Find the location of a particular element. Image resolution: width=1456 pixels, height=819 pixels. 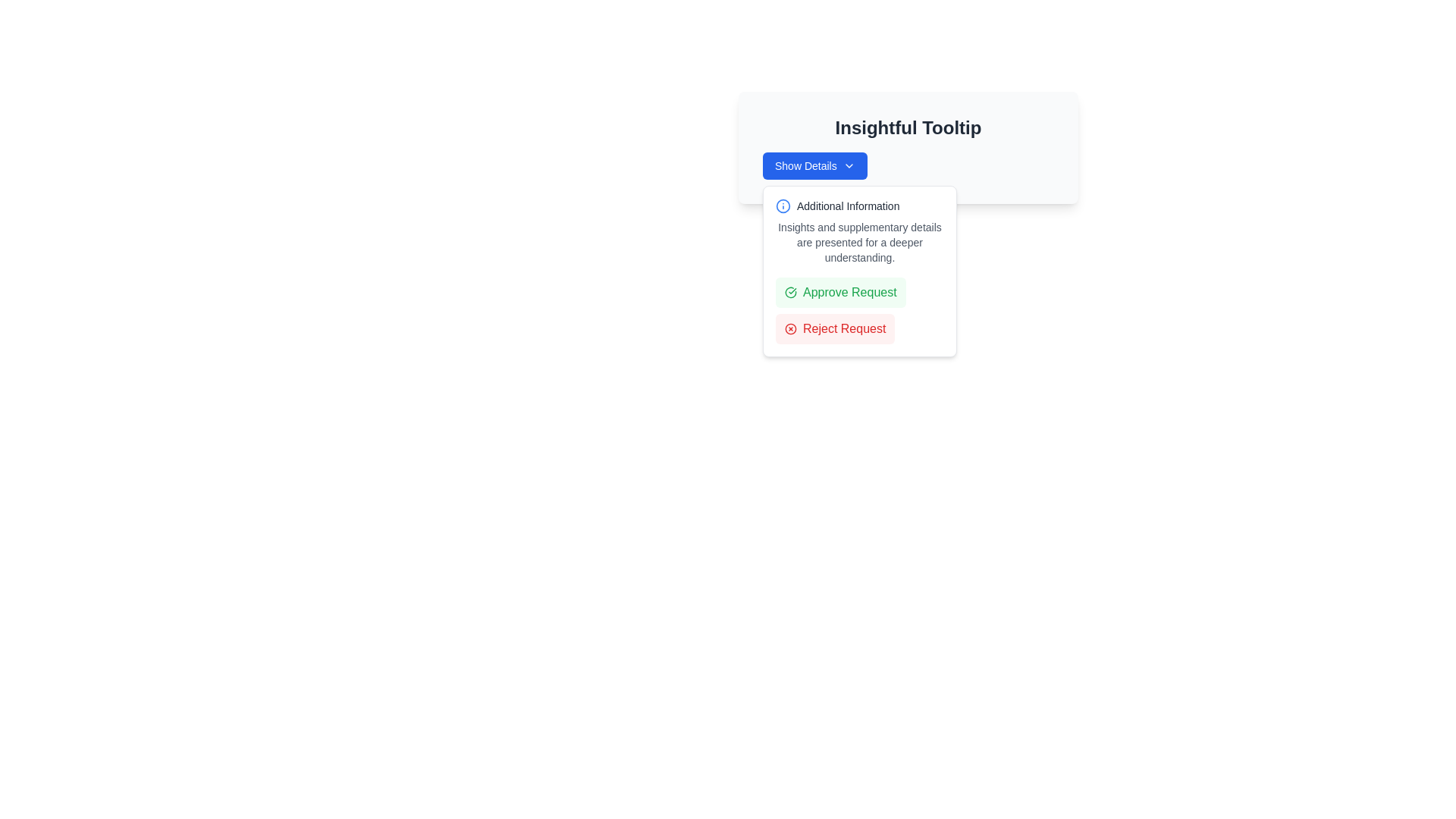

supplementary information text located below the heading 'Additional Information' and above the buttons 'Approve Request' and 'Reject Request' is located at coordinates (859, 242).